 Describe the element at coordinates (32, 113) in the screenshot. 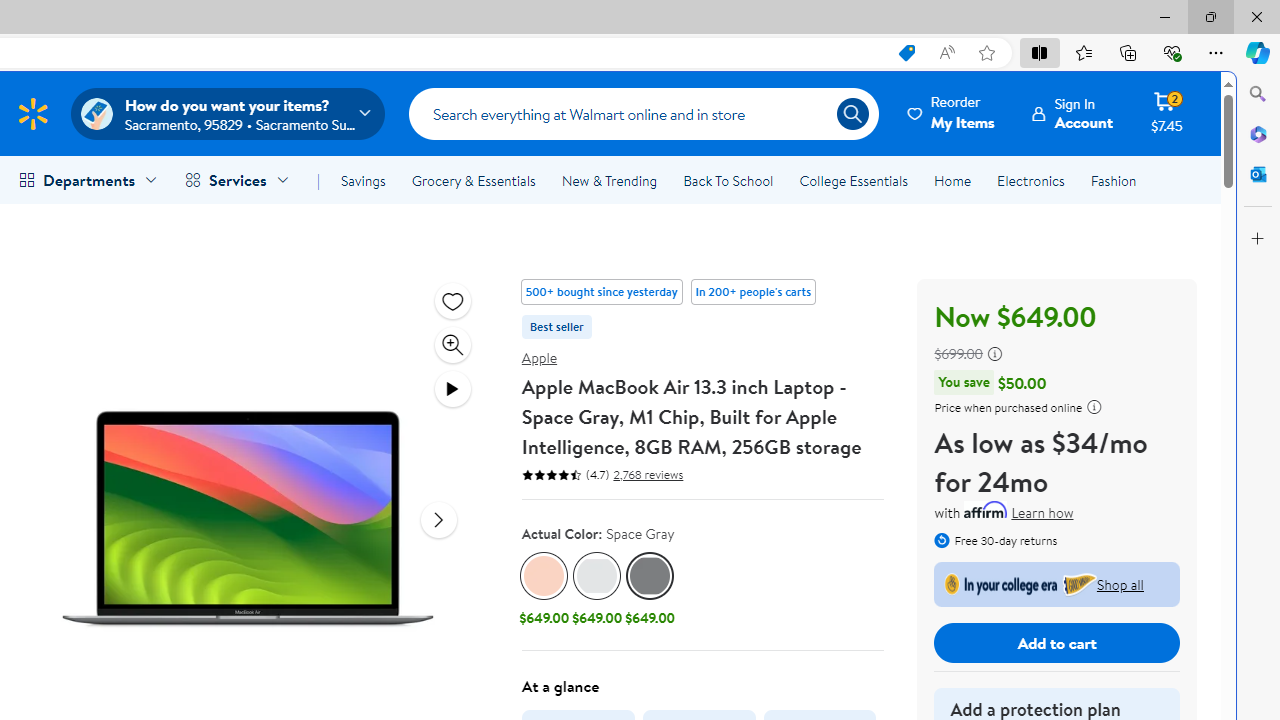

I see `'Walmart Homepage'` at that location.